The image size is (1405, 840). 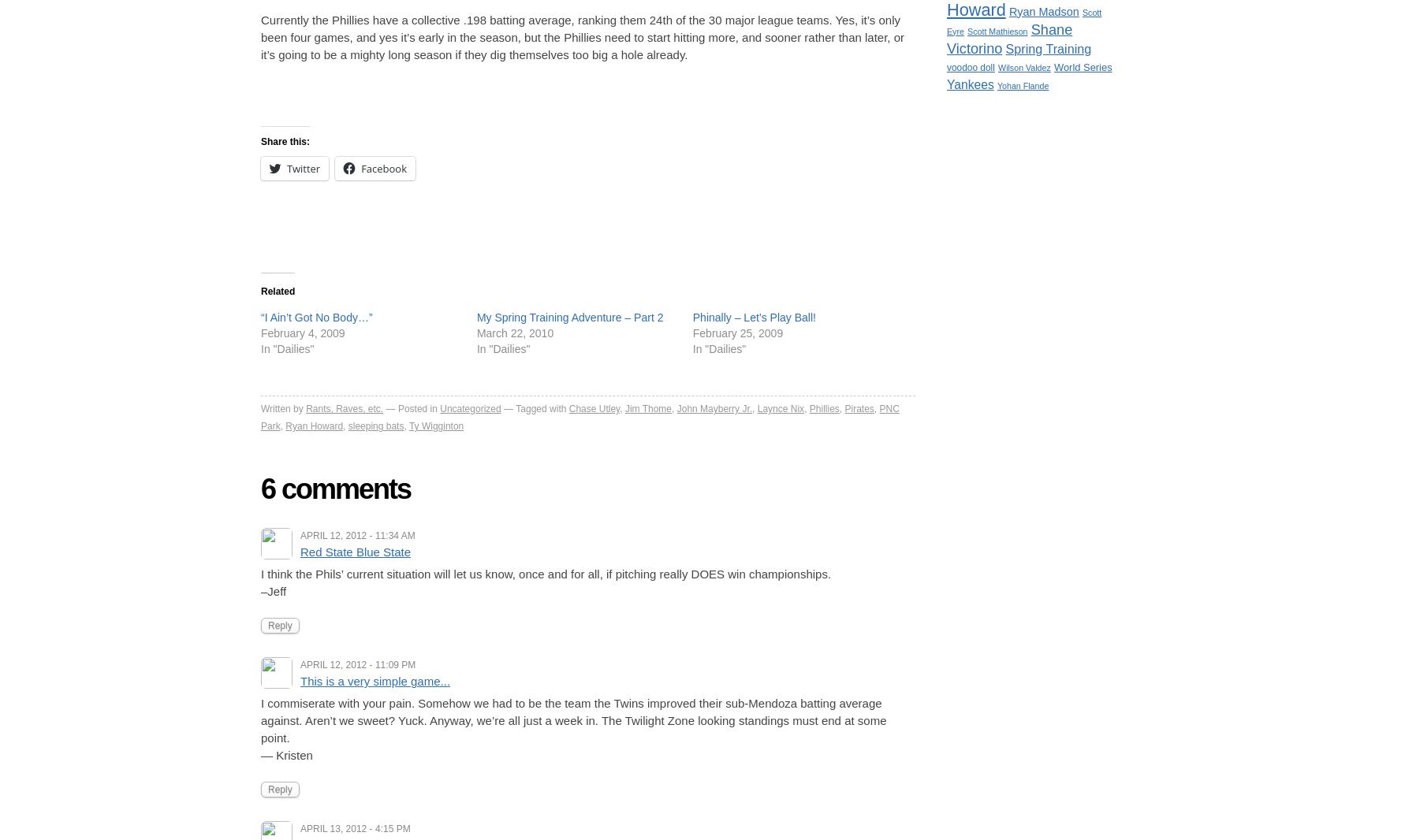 I want to click on 'April 12, 2012 - 11:34 am', so click(x=356, y=535).